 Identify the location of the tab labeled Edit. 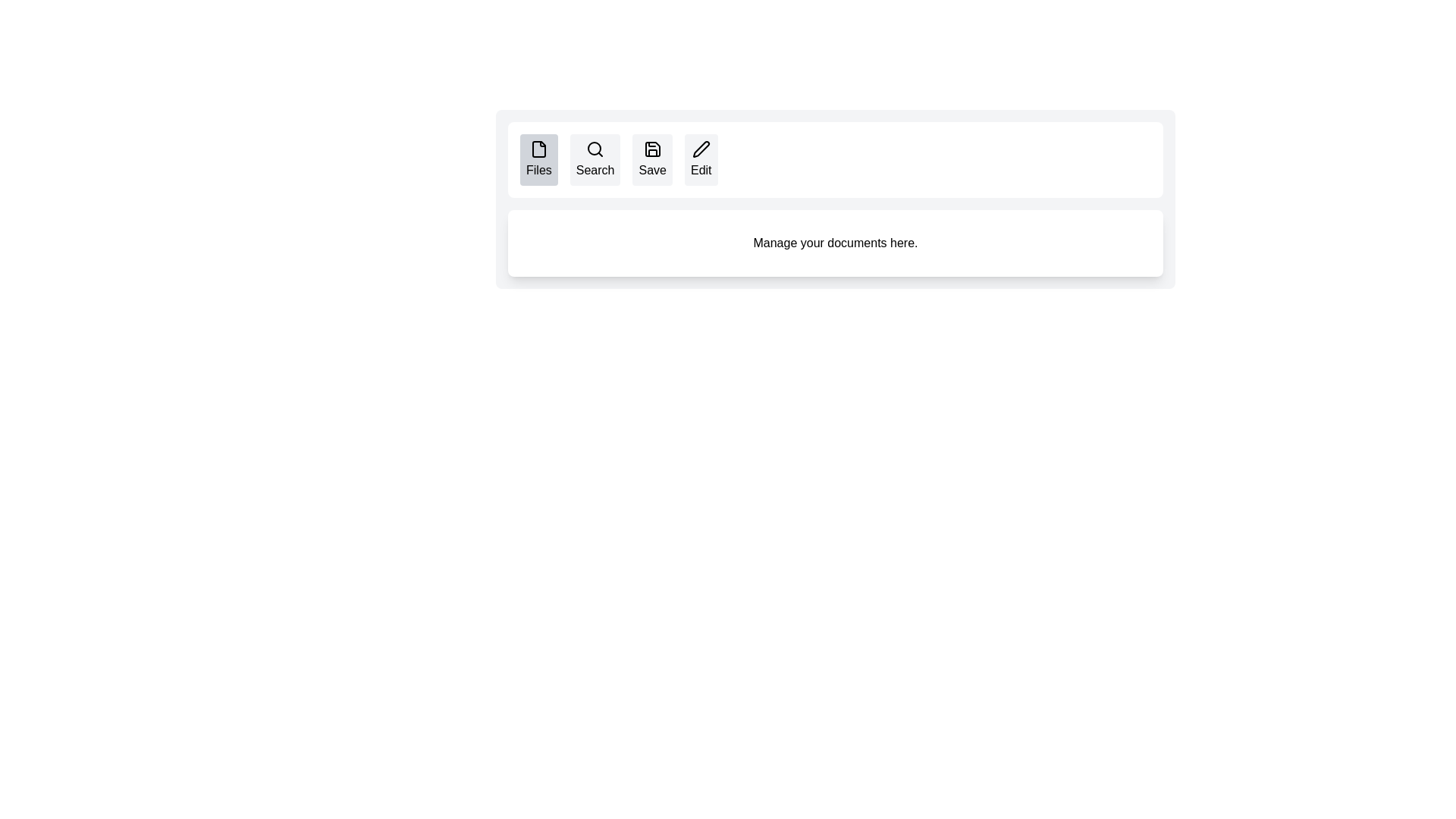
(700, 160).